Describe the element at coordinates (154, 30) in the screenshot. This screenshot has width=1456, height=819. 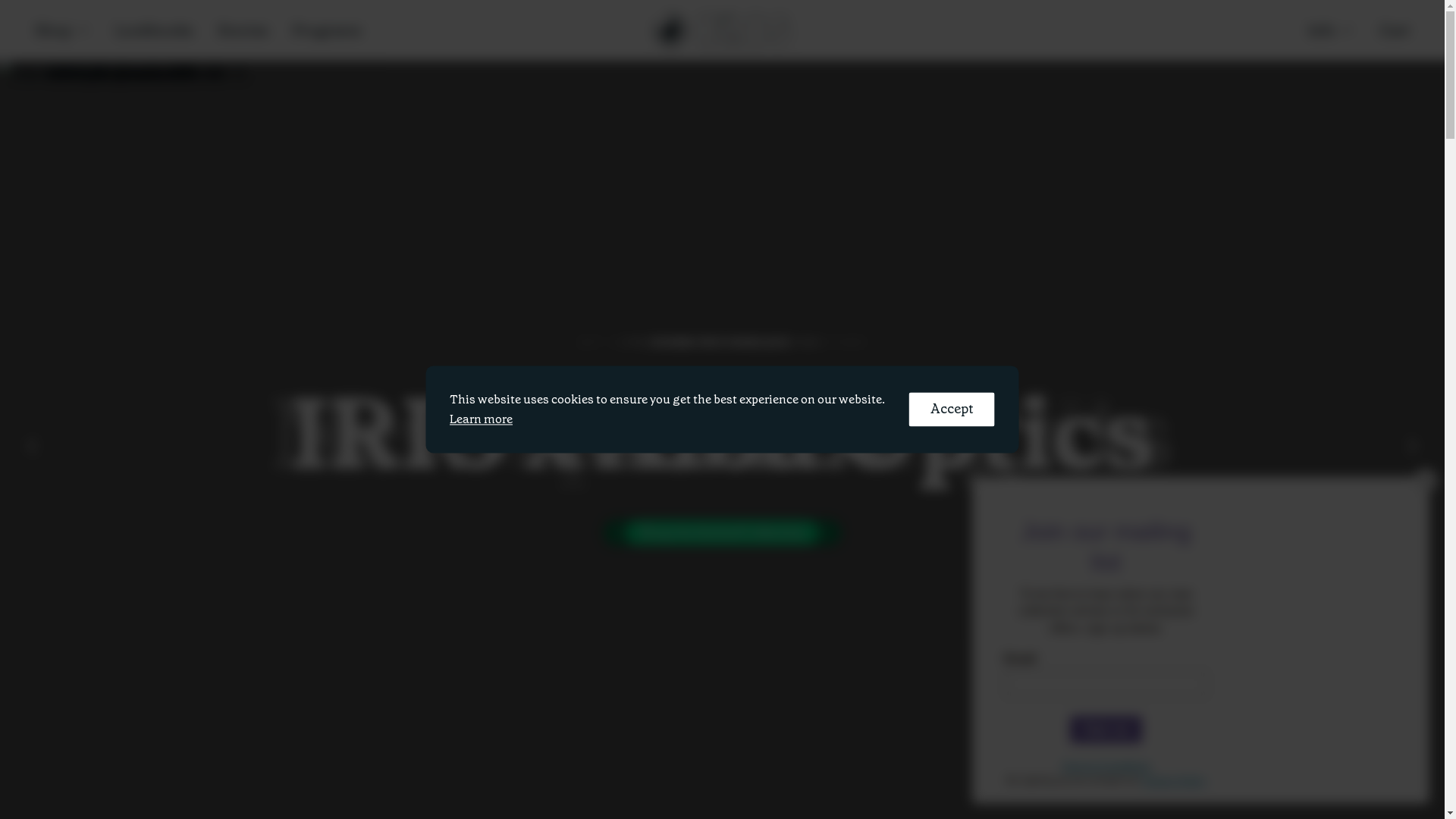
I see `'Lookbooks'` at that location.